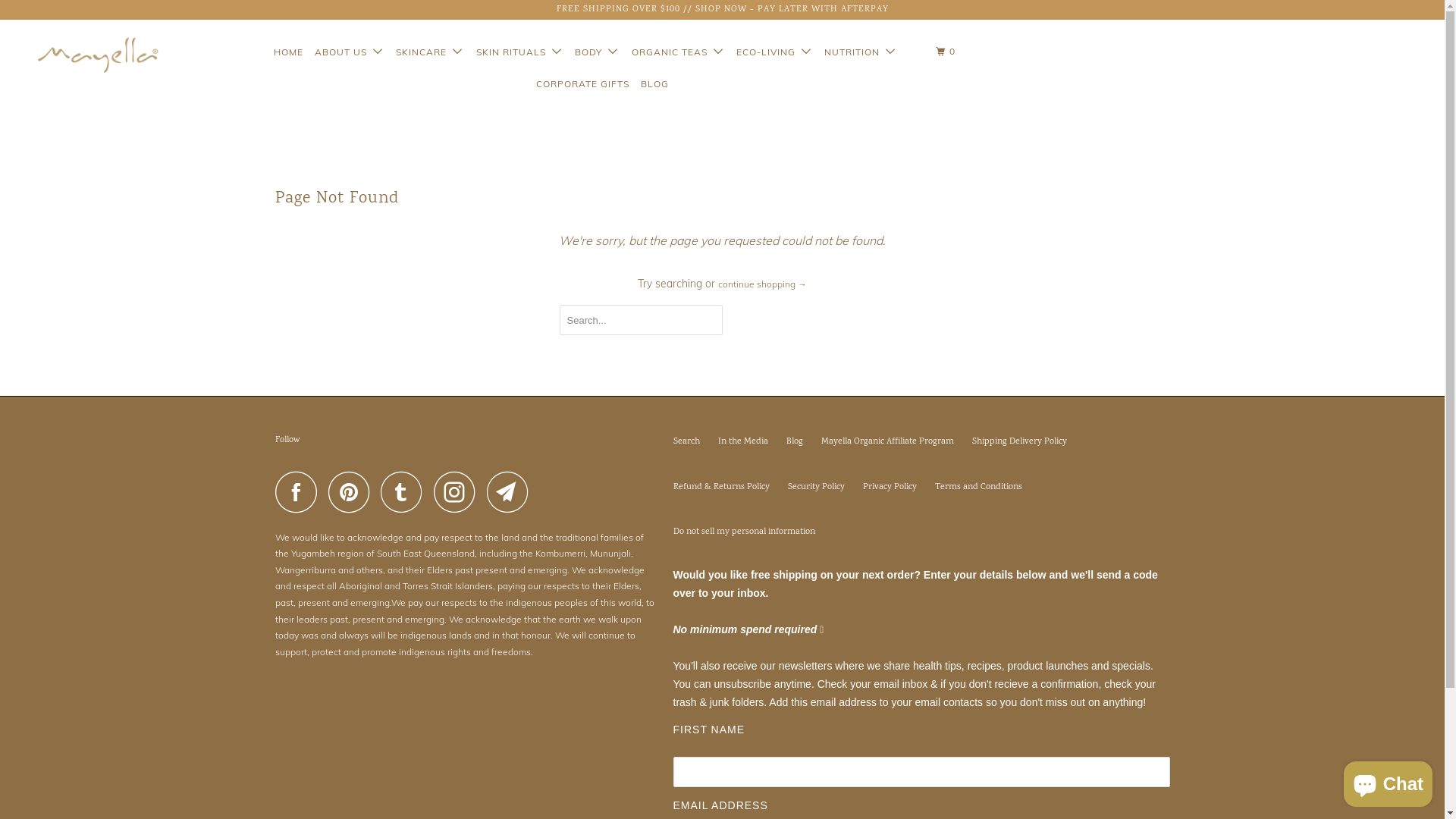  What do you see at coordinates (288, 52) in the screenshot?
I see `'HOME'` at bounding box center [288, 52].